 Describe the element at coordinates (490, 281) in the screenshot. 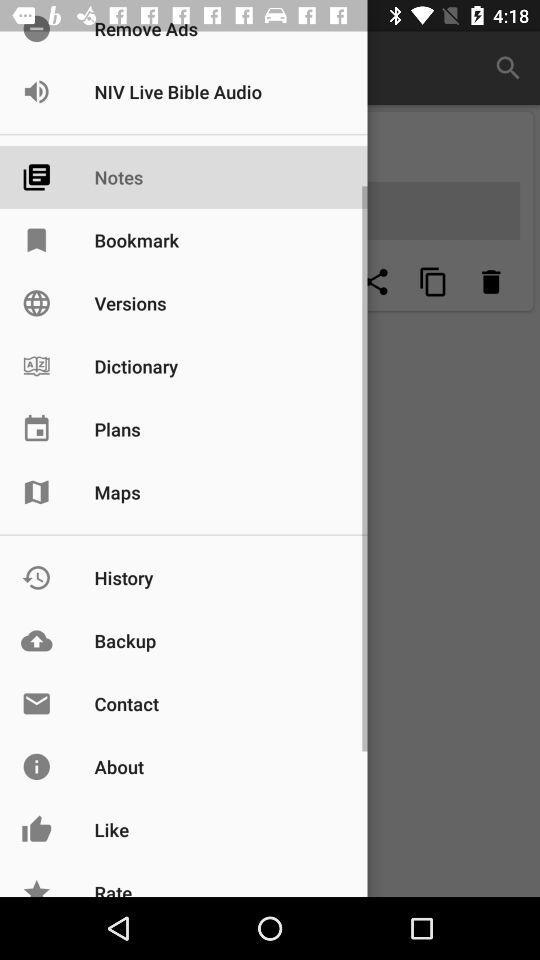

I see `delete the option` at that location.